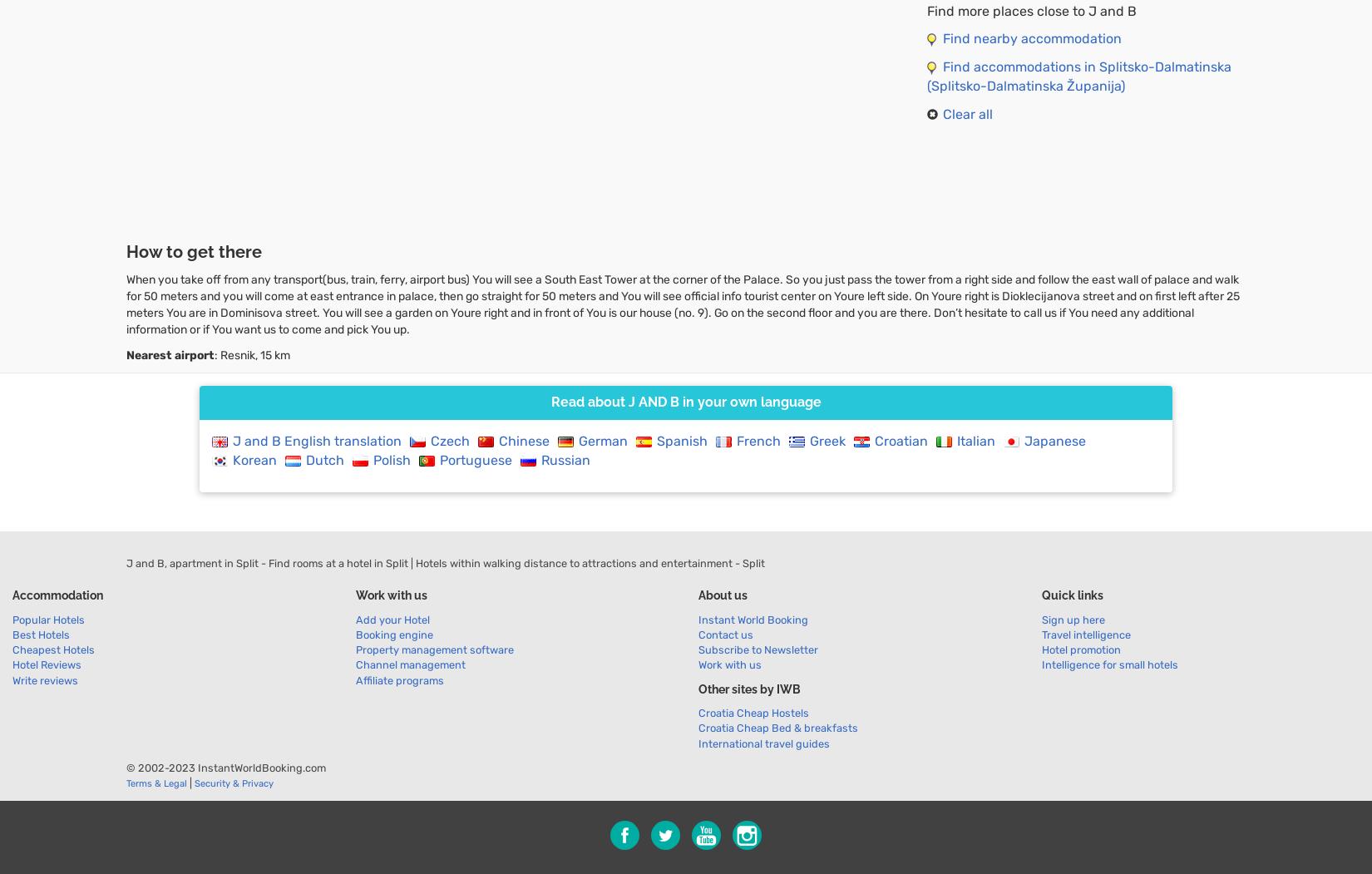 Image resolution: width=1372 pixels, height=874 pixels. What do you see at coordinates (875, 440) in the screenshot?
I see `'Croatian'` at bounding box center [875, 440].